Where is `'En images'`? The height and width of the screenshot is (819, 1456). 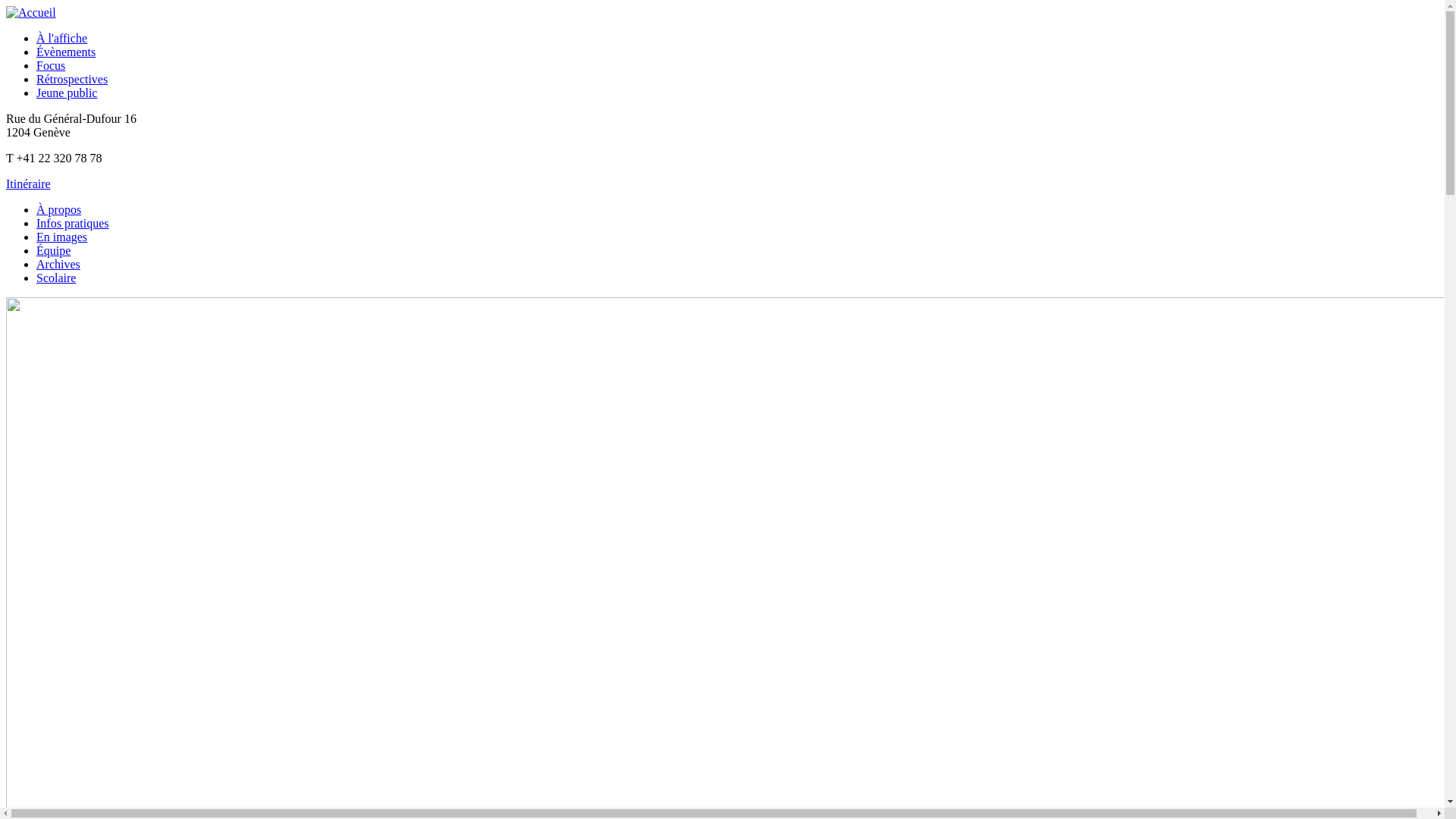
'En images' is located at coordinates (61, 237).